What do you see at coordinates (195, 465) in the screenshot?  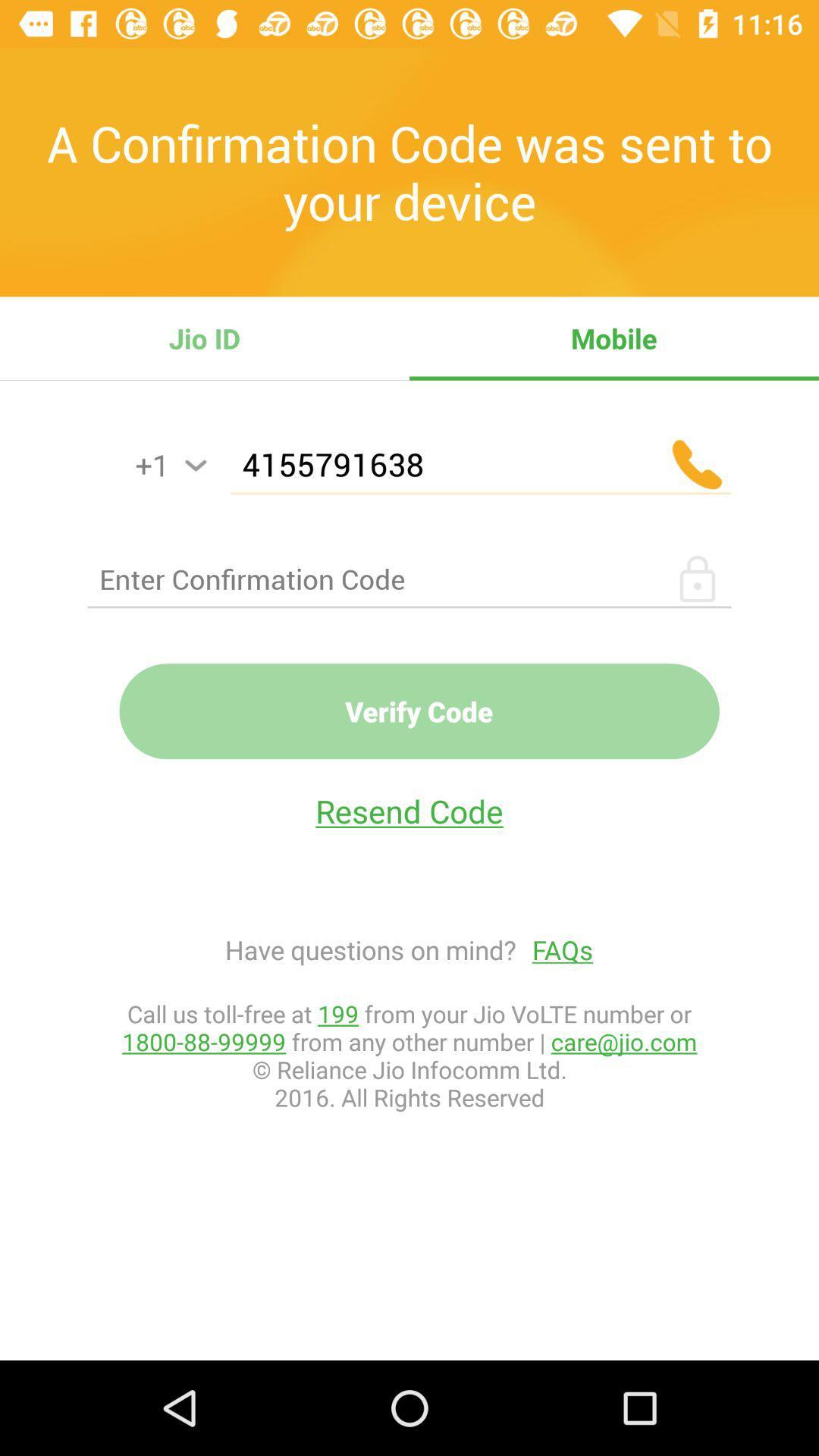 I see `the icon to the left of 4155791638` at bounding box center [195, 465].